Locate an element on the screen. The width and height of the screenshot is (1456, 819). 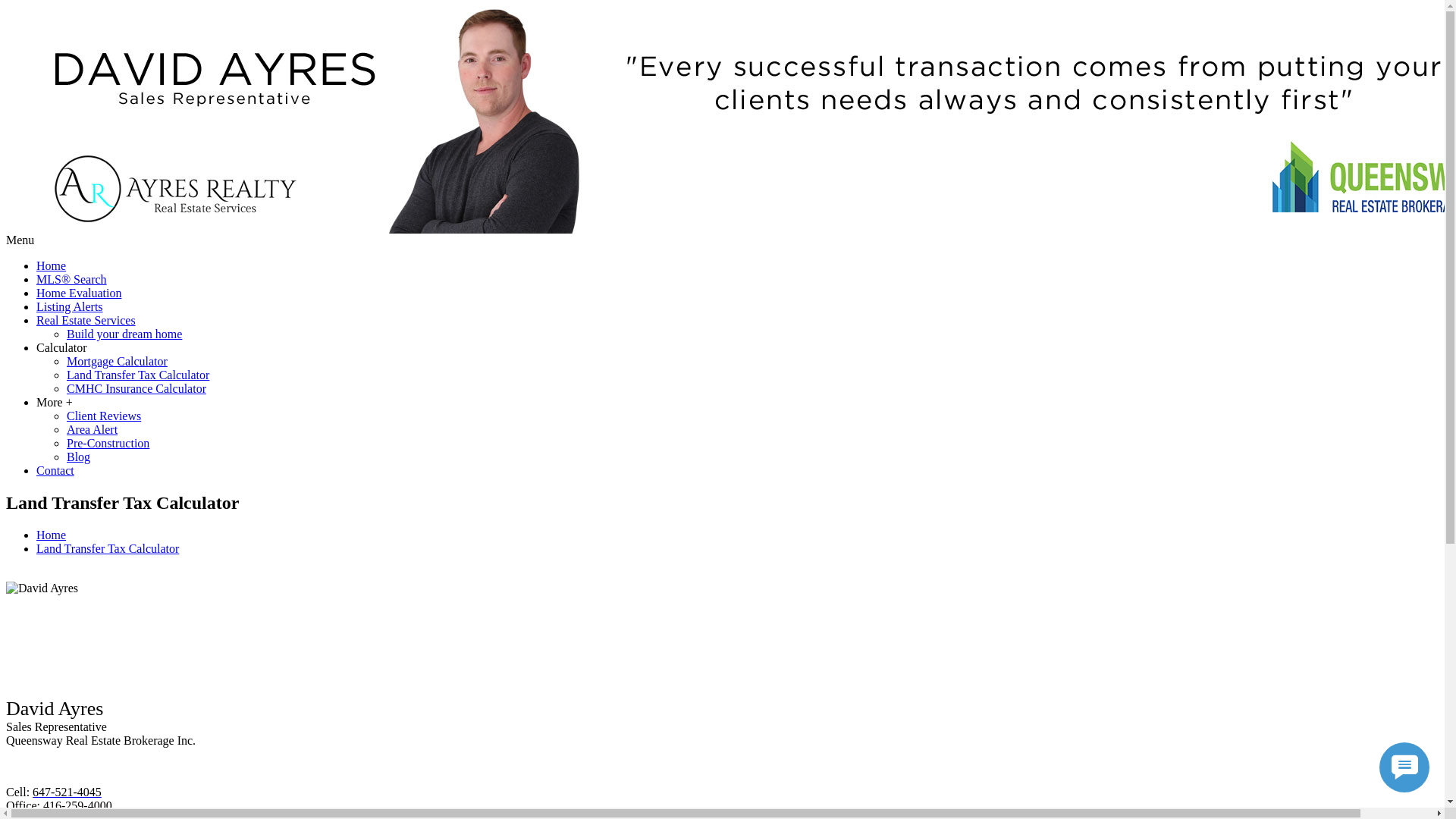
'Client Reviews' is located at coordinates (103, 416).